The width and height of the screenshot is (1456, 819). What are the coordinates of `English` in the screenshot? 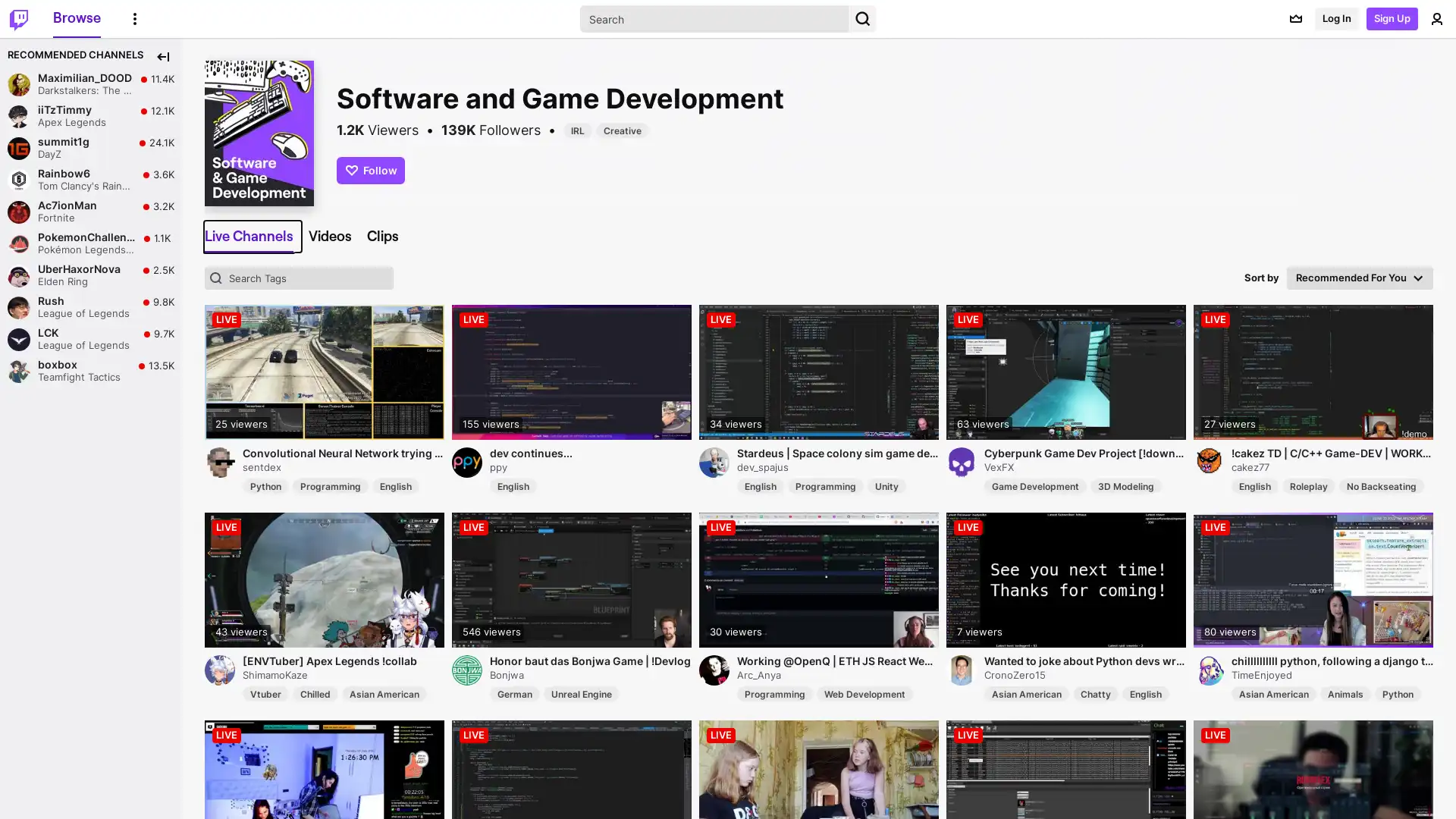 It's located at (761, 485).